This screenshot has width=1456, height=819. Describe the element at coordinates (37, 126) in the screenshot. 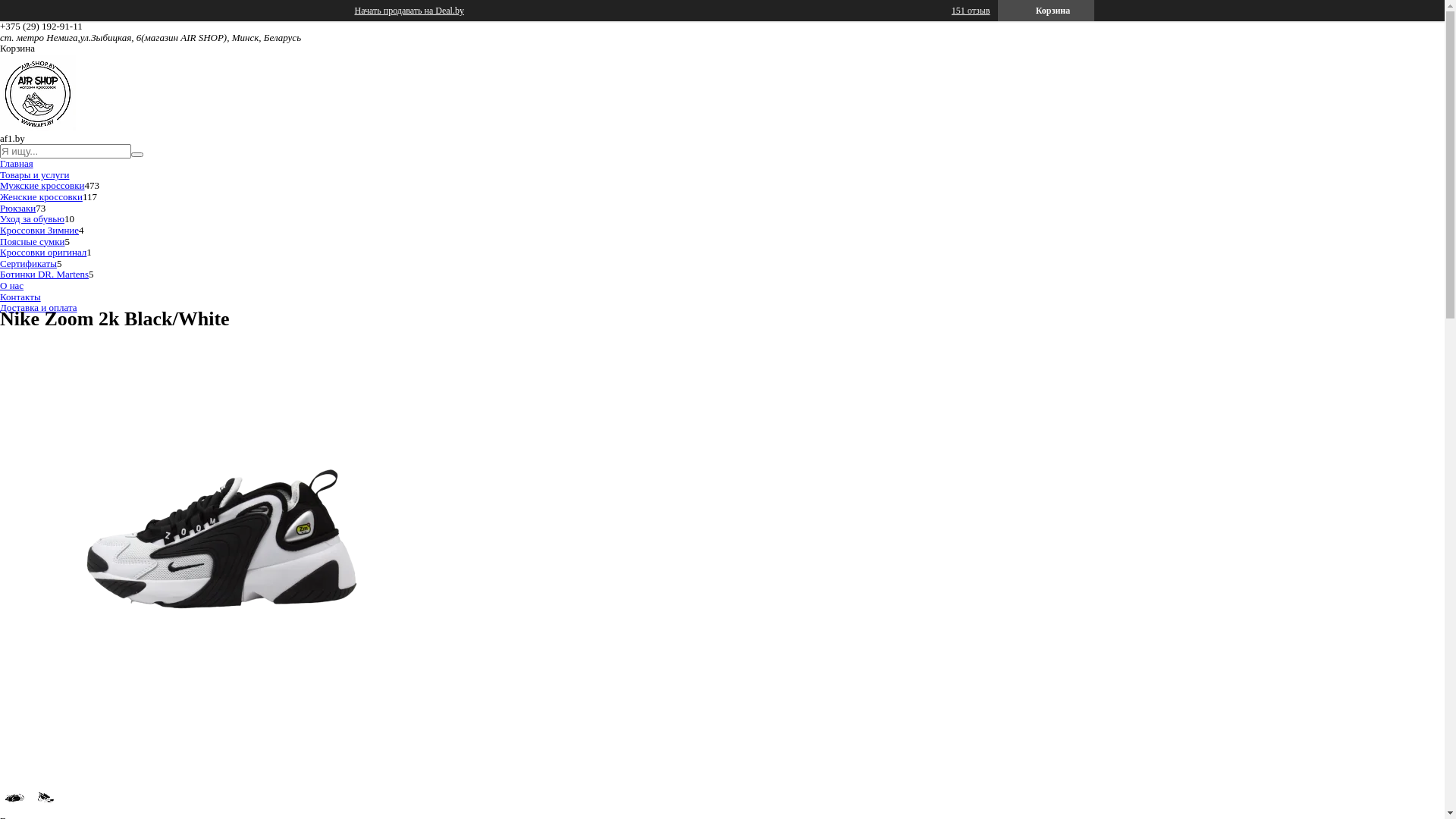

I see `'af1.by'` at that location.